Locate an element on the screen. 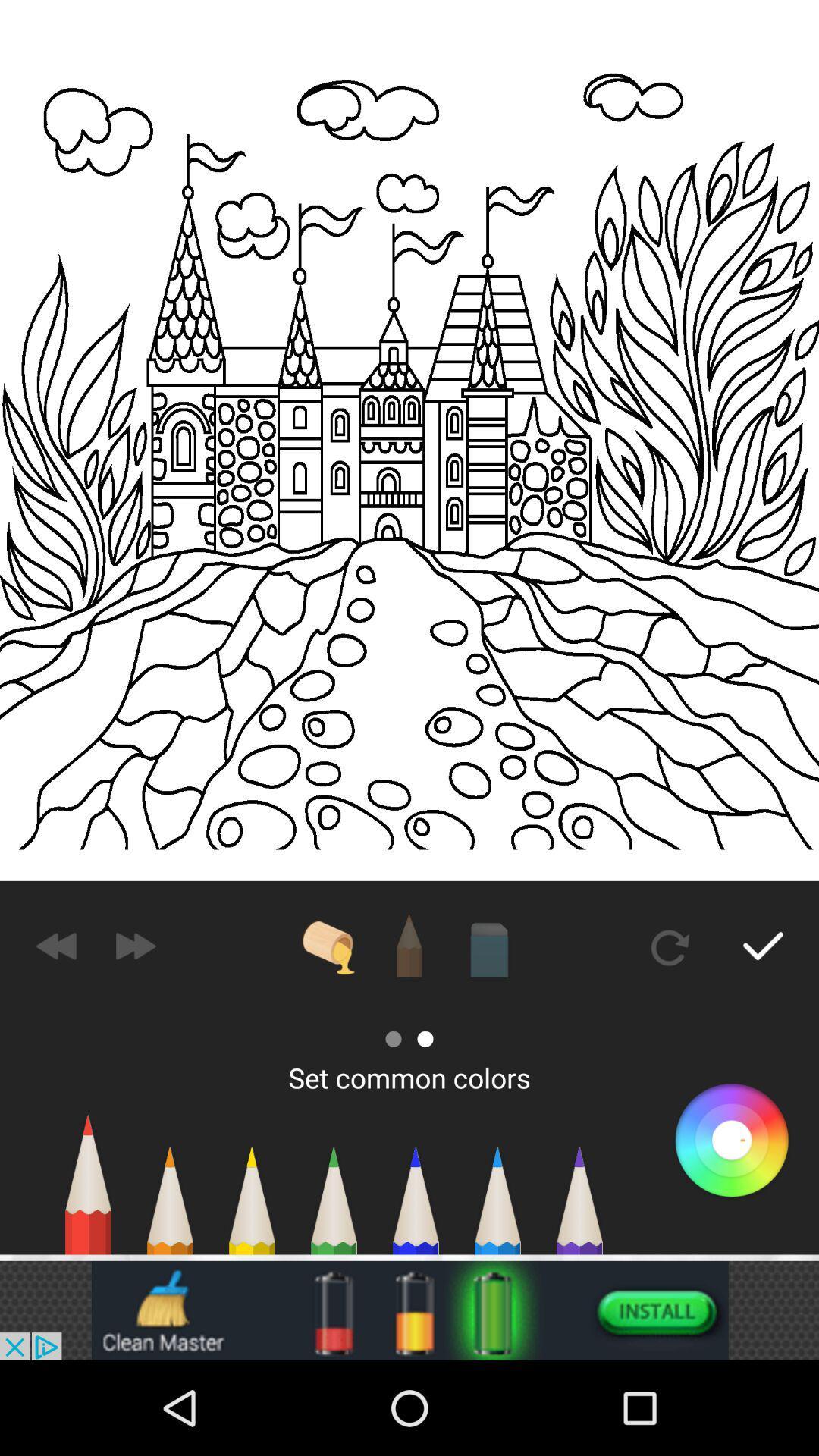 The image size is (819, 1456). the refresh icon is located at coordinates (667, 1012).